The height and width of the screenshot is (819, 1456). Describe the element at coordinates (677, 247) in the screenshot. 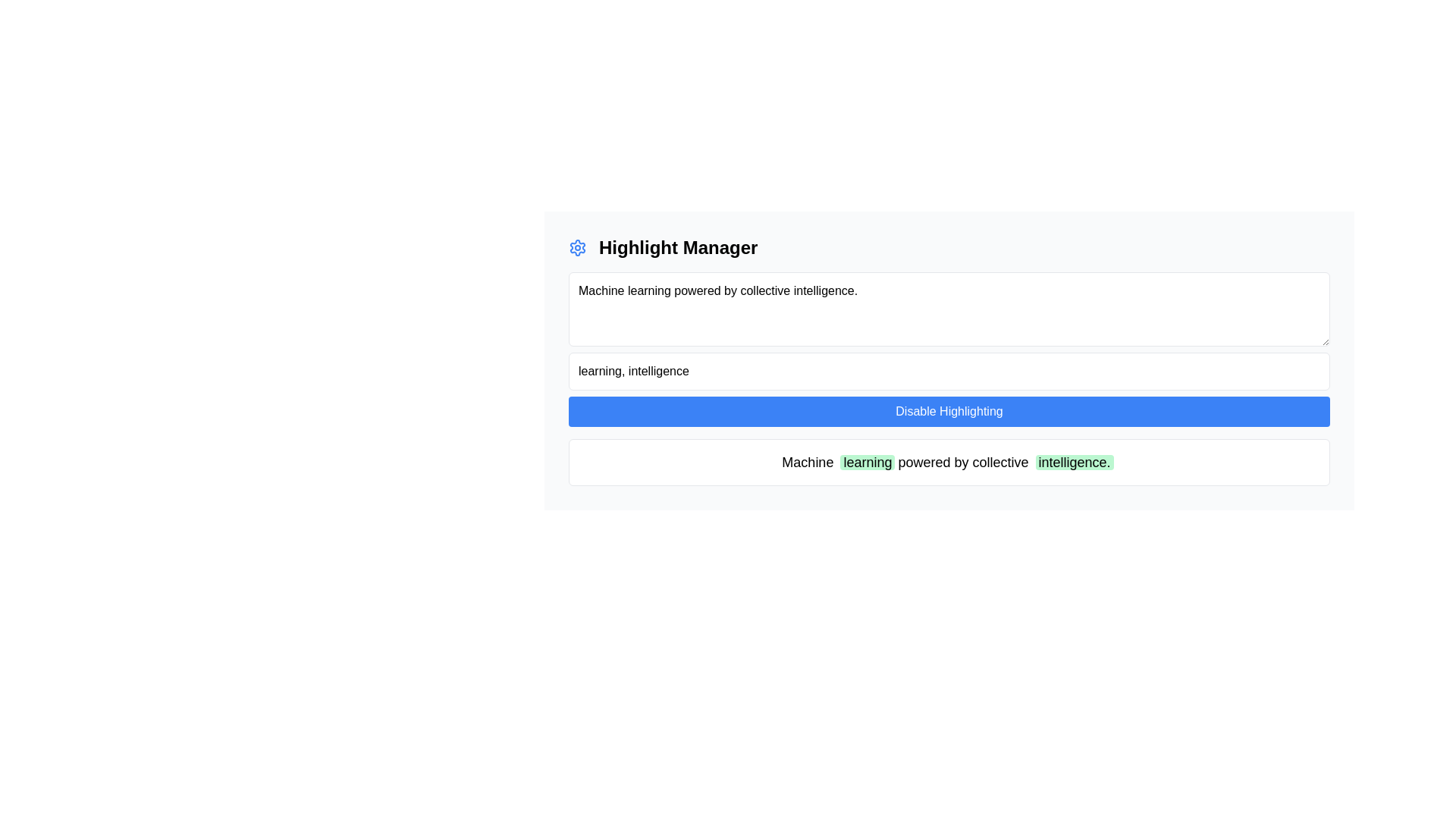

I see `the prominent Text Label with the content 'Highlight Manager', styled in large, bold font, positioned near the top left of its content section` at that location.